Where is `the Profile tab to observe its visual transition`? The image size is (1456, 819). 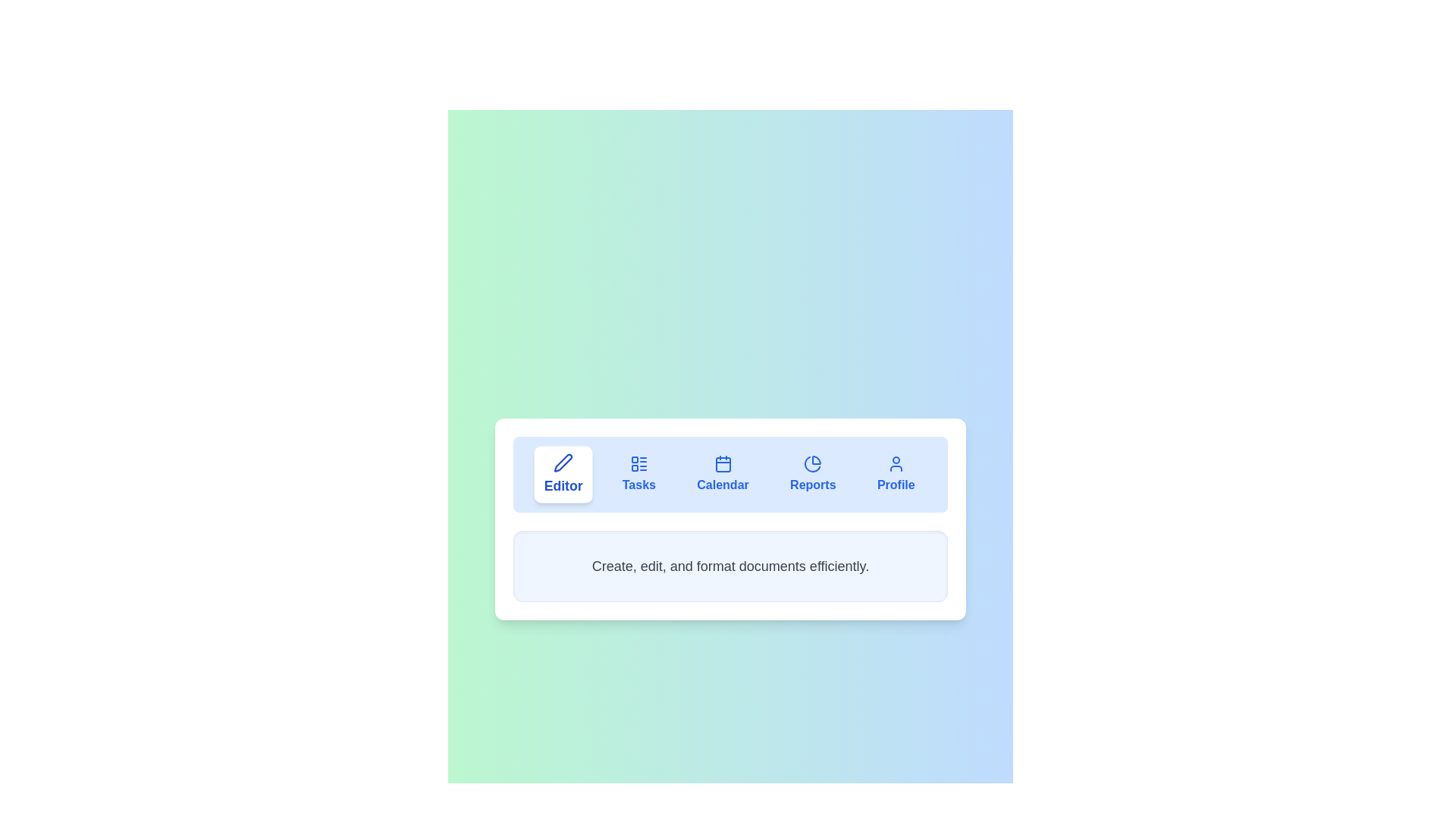
the Profile tab to observe its visual transition is located at coordinates (896, 473).